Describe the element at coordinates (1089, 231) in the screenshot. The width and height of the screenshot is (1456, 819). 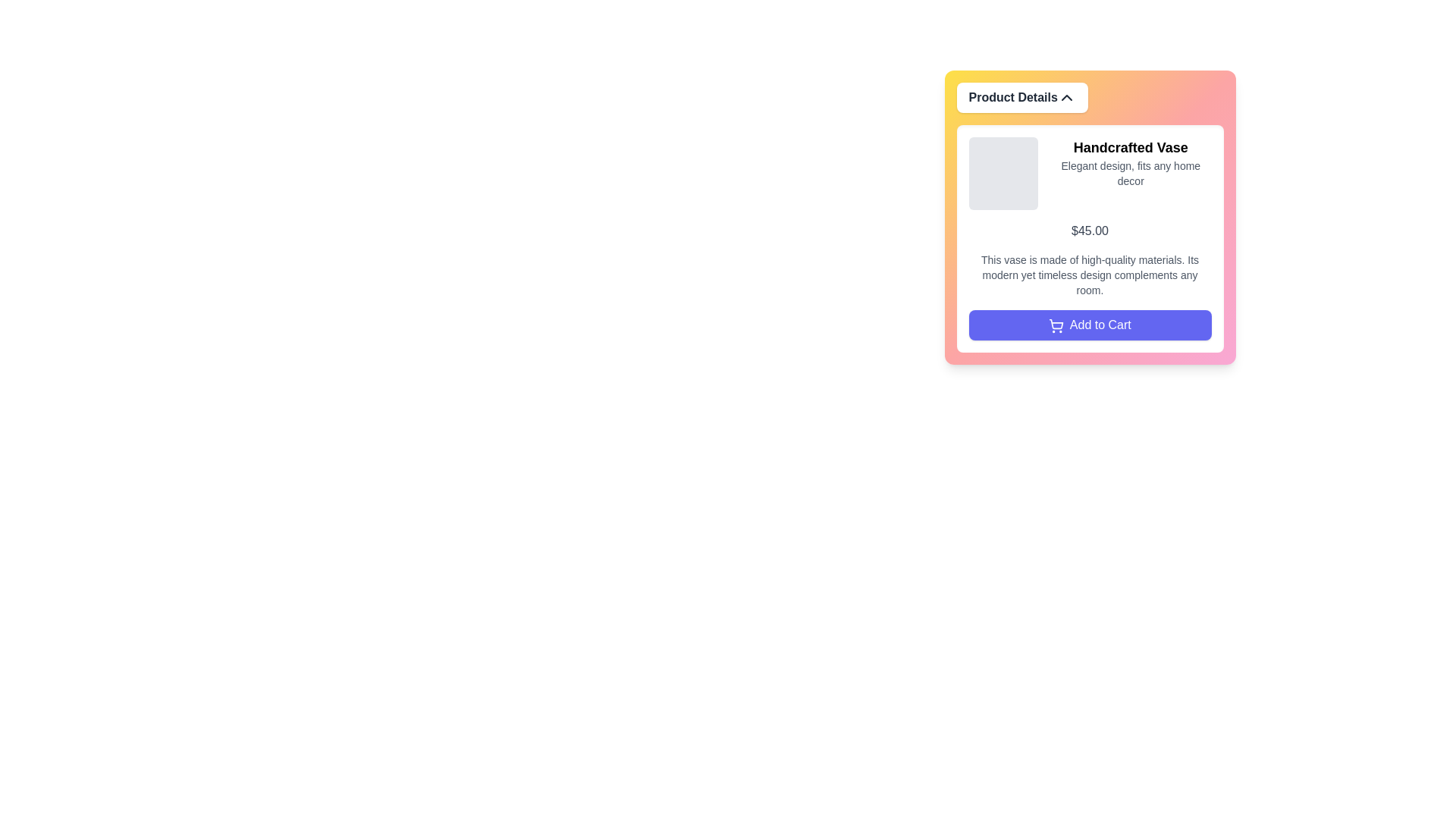
I see `the text label displaying the product price, which is located beneath the brief description and above the detailed paragraph about materials and design` at that location.